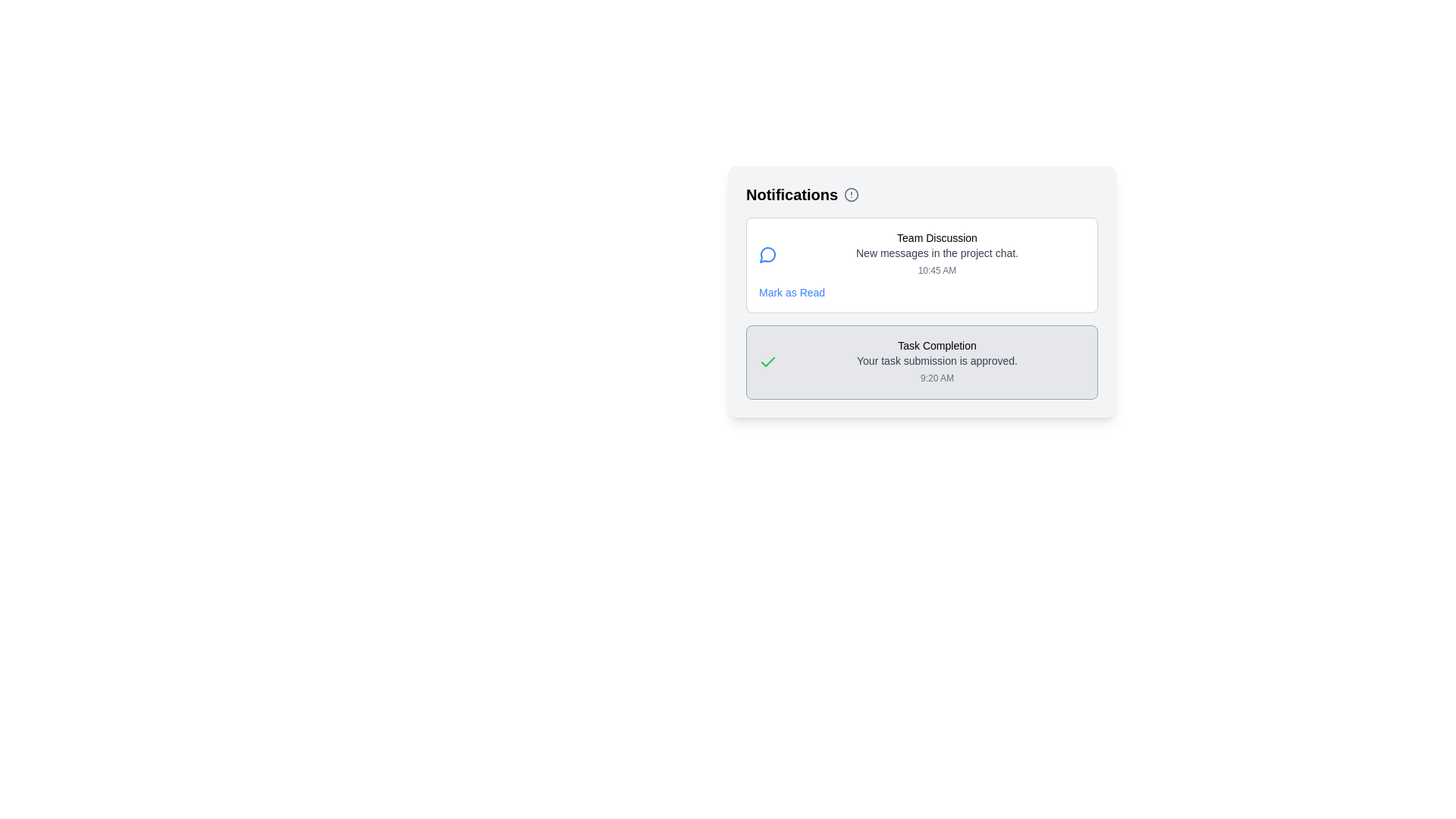  What do you see at coordinates (921, 253) in the screenshot?
I see `the 'Team Discussion' notification item, which includes the title, subtitle, and timestamp` at bounding box center [921, 253].